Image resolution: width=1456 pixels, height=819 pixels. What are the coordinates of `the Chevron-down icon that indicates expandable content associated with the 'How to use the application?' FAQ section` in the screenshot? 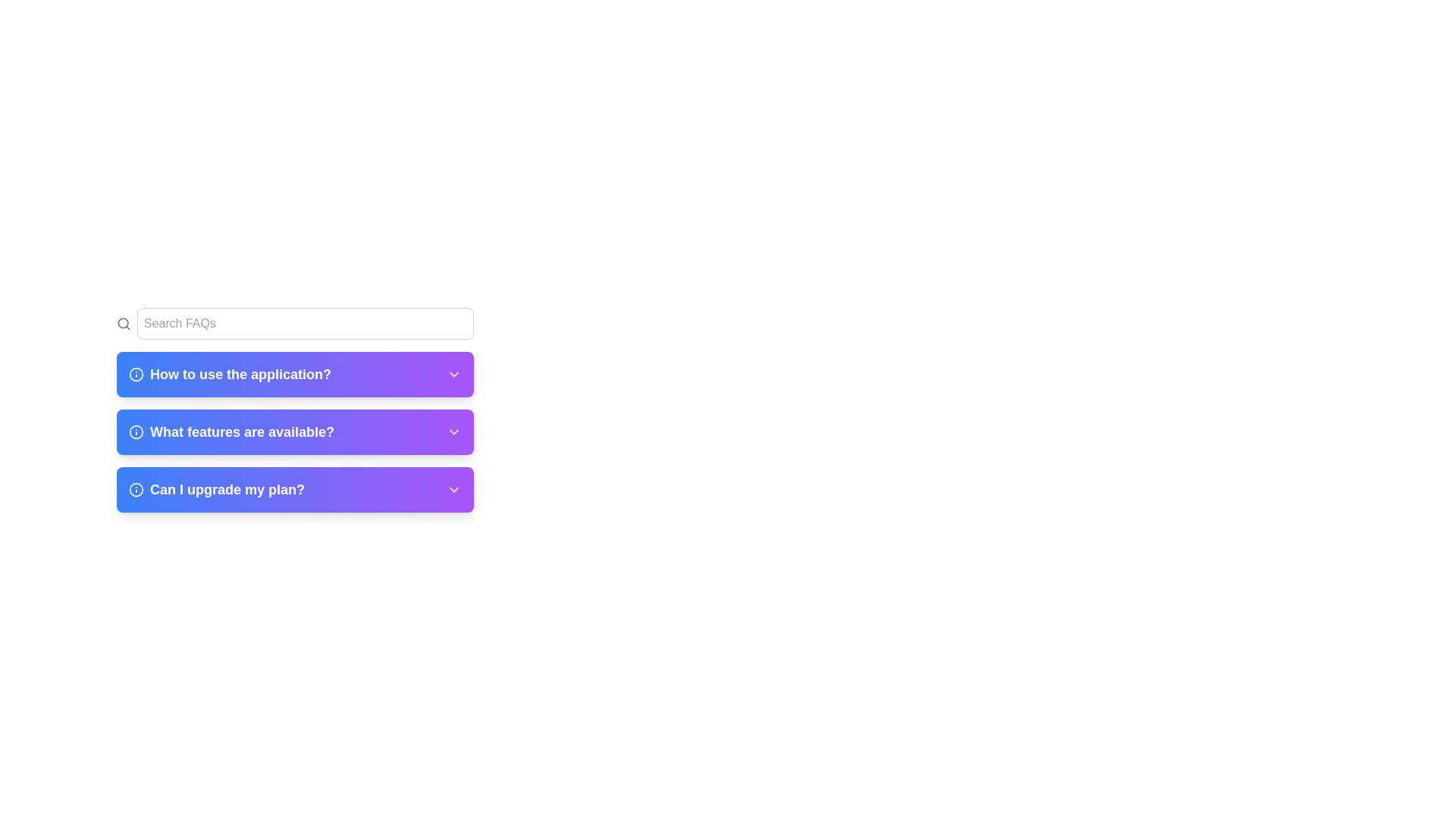 It's located at (453, 374).